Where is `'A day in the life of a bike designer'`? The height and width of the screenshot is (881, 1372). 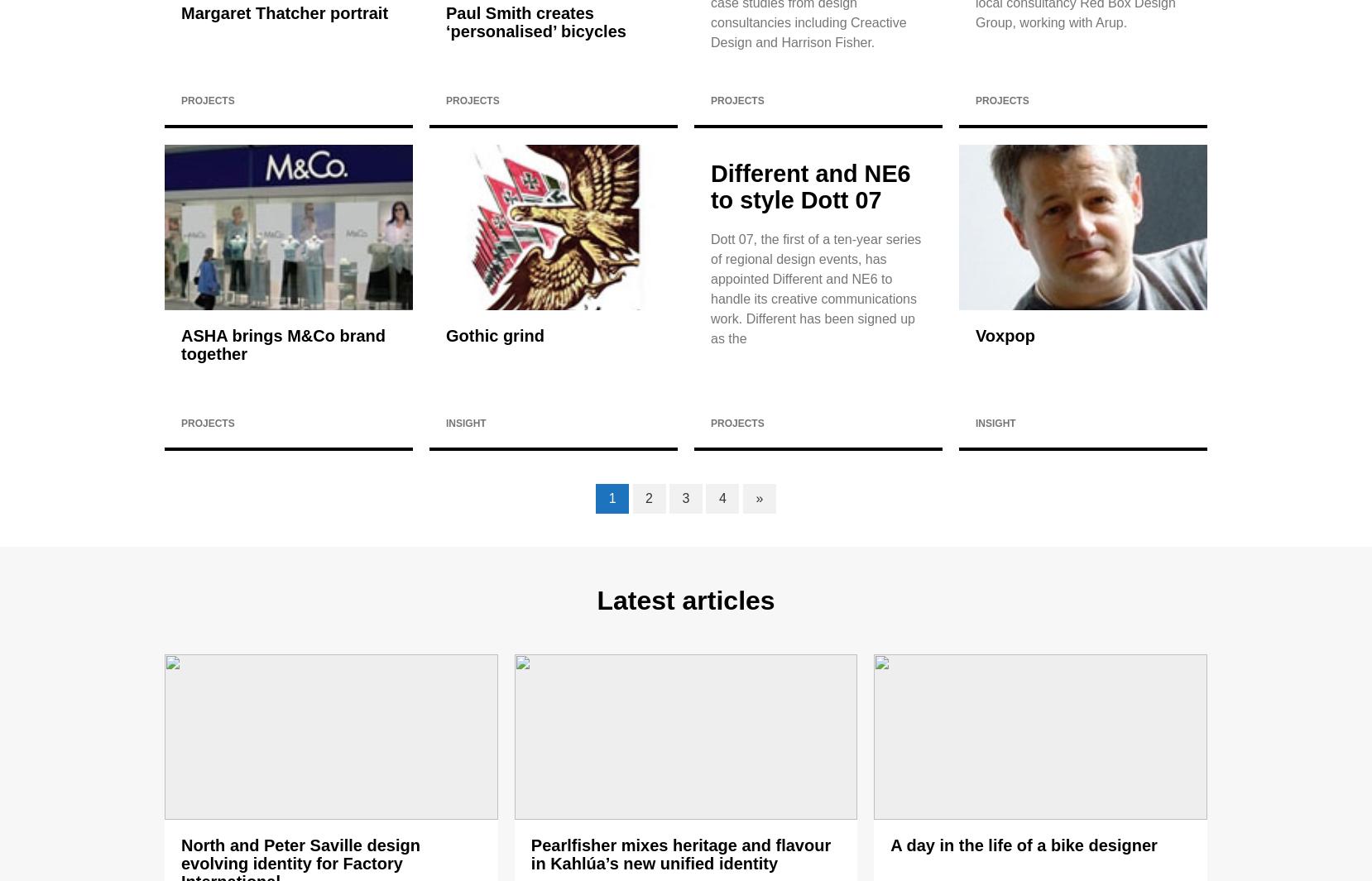
'A day in the life of a bike designer' is located at coordinates (1023, 845).